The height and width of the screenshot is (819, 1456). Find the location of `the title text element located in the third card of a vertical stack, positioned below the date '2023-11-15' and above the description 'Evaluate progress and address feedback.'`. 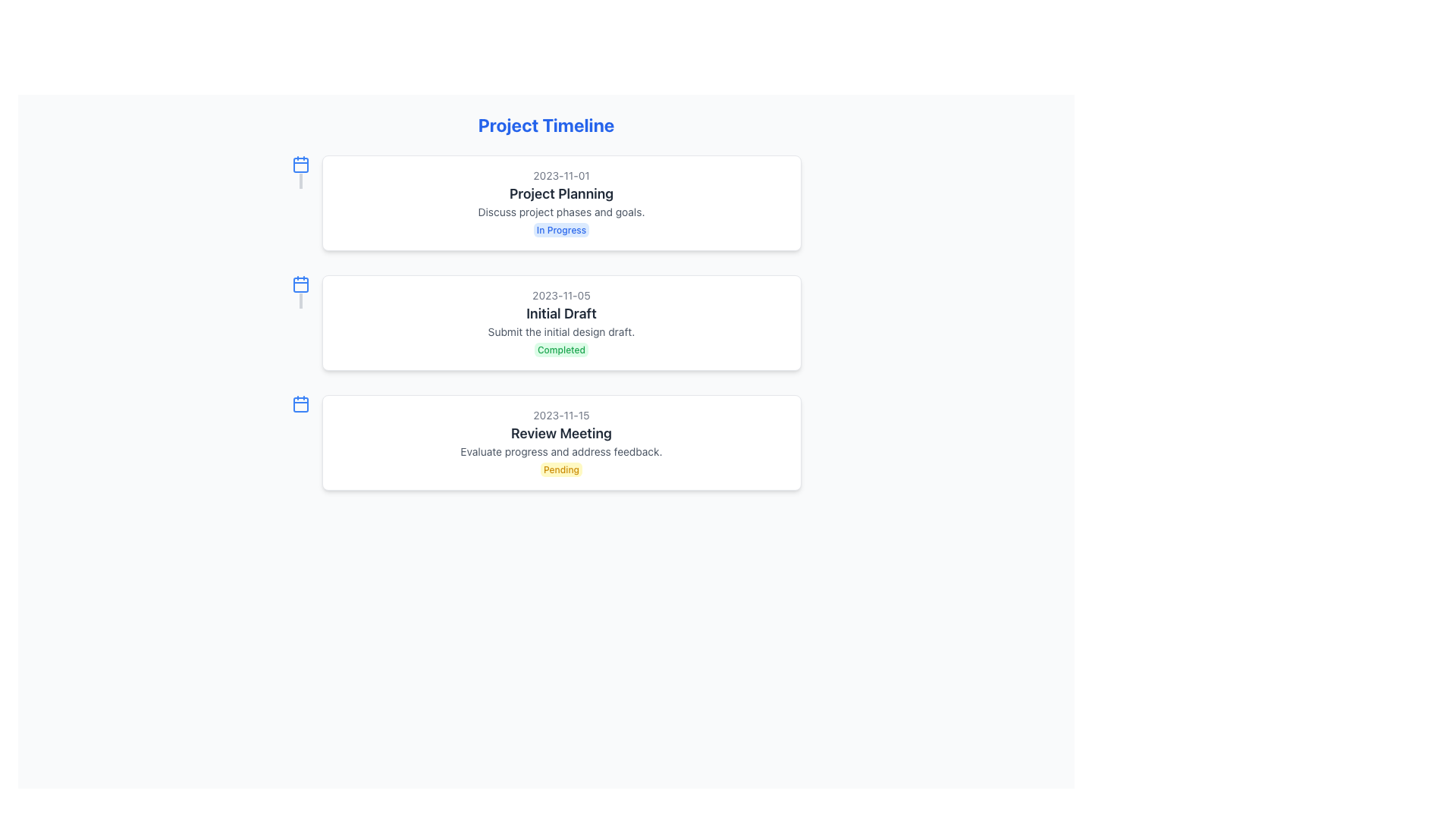

the title text element located in the third card of a vertical stack, positioned below the date '2023-11-15' and above the description 'Evaluate progress and address feedback.' is located at coordinates (560, 433).